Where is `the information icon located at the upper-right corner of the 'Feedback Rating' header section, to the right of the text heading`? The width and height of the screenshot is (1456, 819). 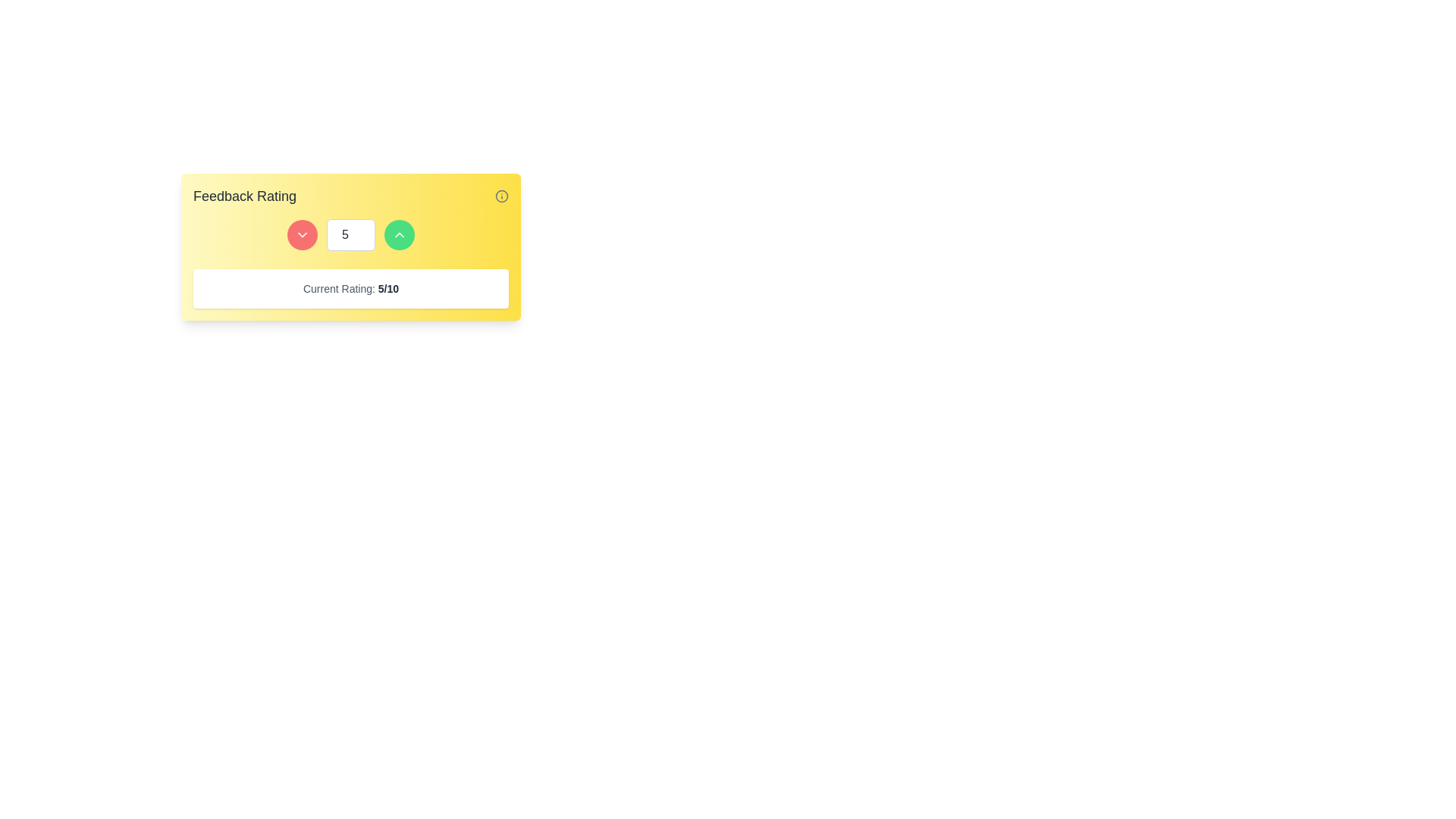 the information icon located at the upper-right corner of the 'Feedback Rating' header section, to the right of the text heading is located at coordinates (502, 195).